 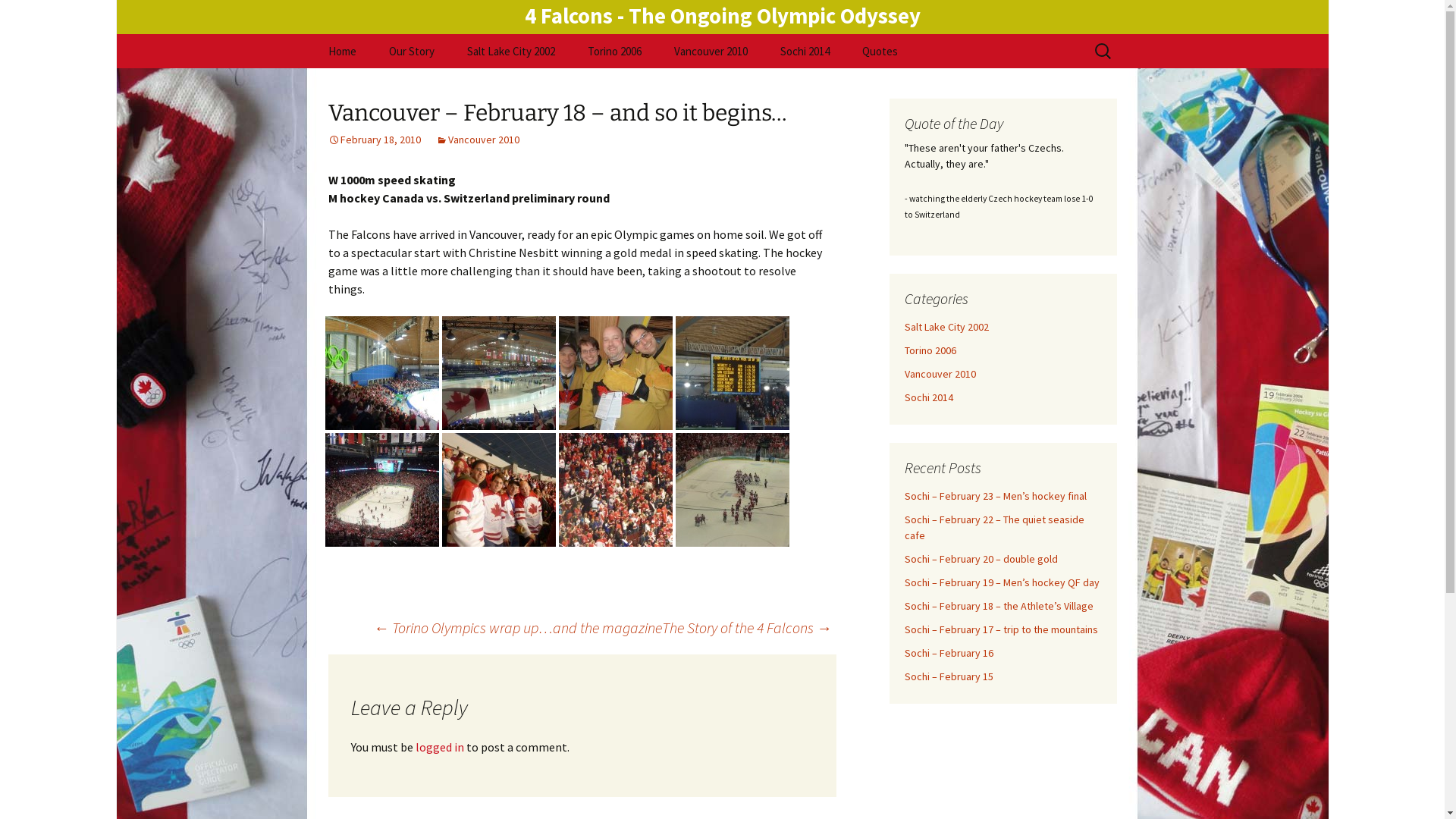 I want to click on 'Home', so click(x=340, y=50).